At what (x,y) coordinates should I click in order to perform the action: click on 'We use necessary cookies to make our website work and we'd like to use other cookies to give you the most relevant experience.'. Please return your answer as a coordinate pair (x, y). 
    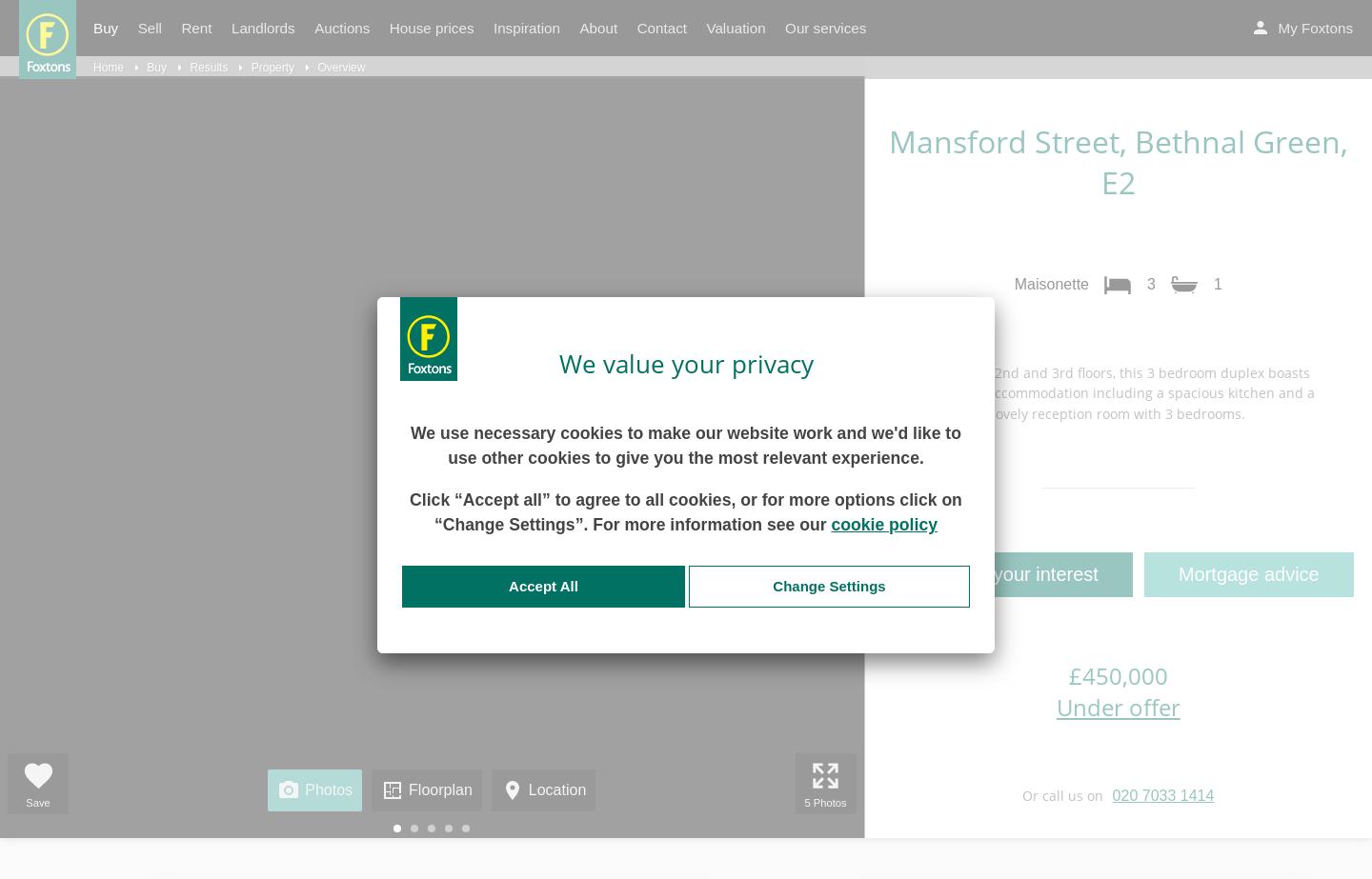
    Looking at the image, I should click on (685, 444).